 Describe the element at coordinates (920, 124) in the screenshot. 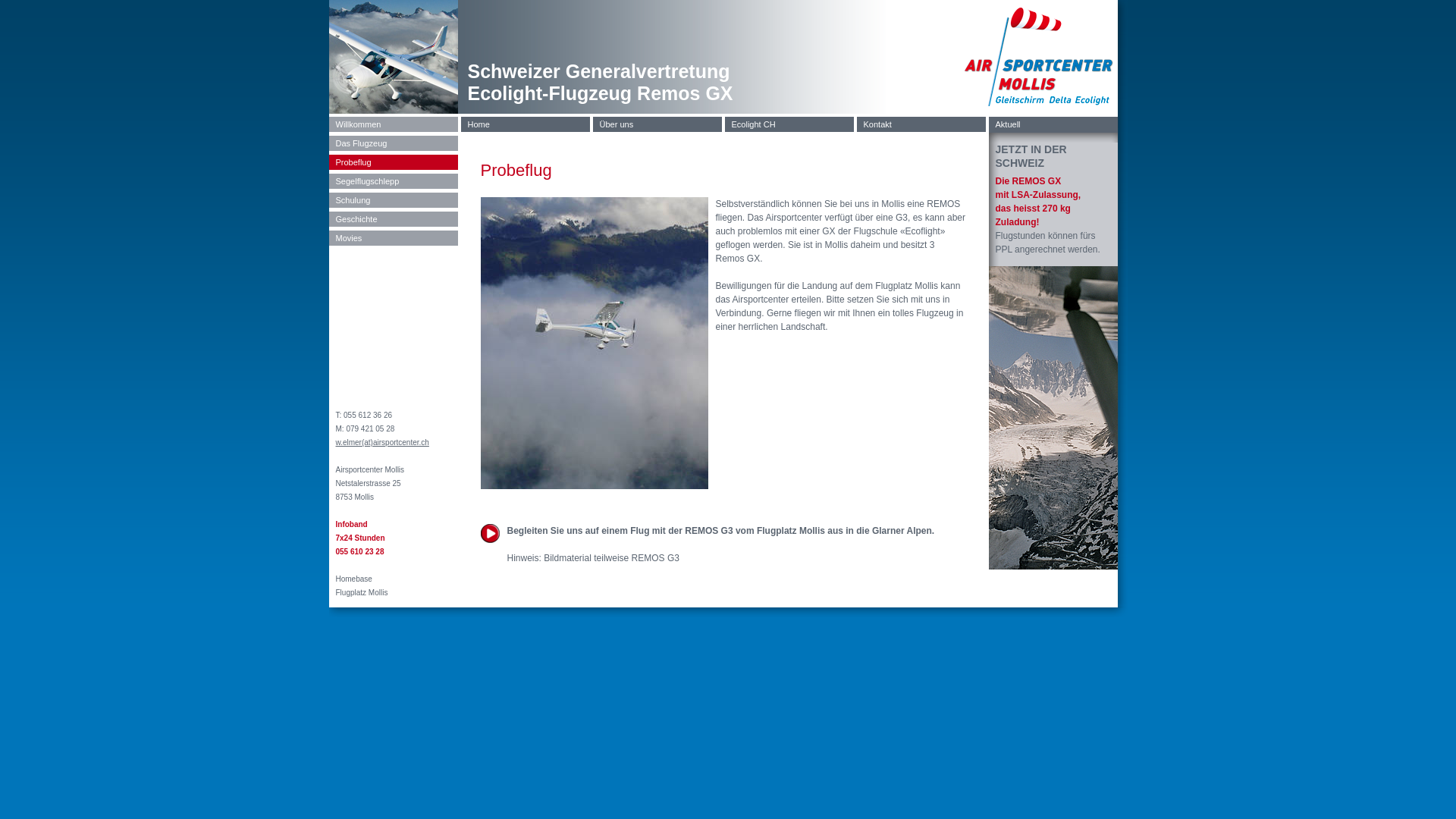

I see `'Kontakt'` at that location.